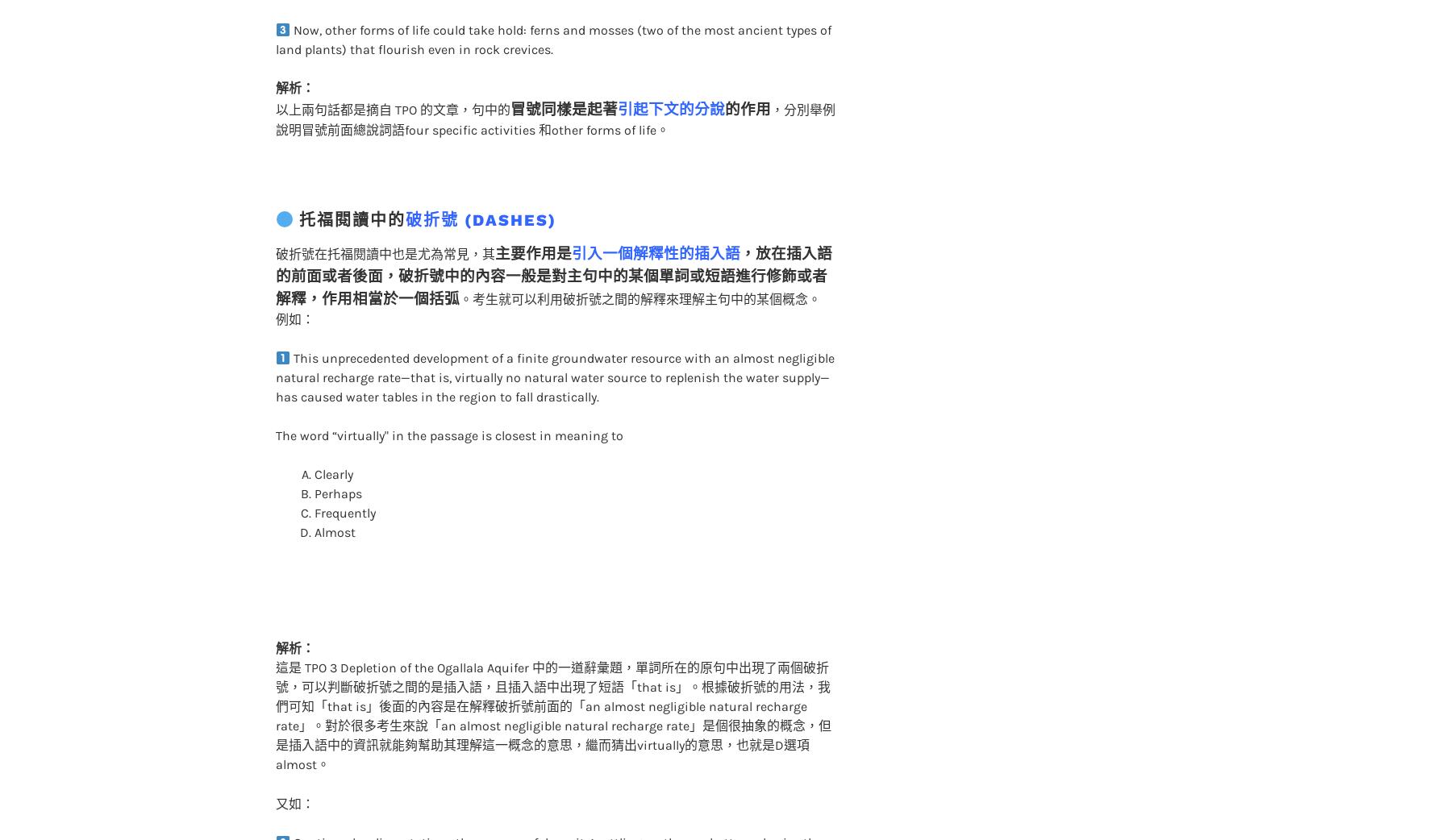  What do you see at coordinates (552, 684) in the screenshot?
I see `'這是 TPO 3 Depletion of the Ogallala Aquifer 中的一道辭彙題，單詞所在的原句中出現了兩個破折號，可以判斷破折號之間的是插入語，且插入語中出現了短語「that is」。根據破折號的用法，我們可知「that is」後面的內容是在解釋破折號前面的「an almost negligible natural recharge rate」。對於很多考生來說「an almost negligible natural recharge rate」是個很抽象的概念，但是插入語中的資訊就能夠幫助其理解這一概念的意思，繼而猜出virtually的意思，也就是D選項almost。'` at bounding box center [552, 684].